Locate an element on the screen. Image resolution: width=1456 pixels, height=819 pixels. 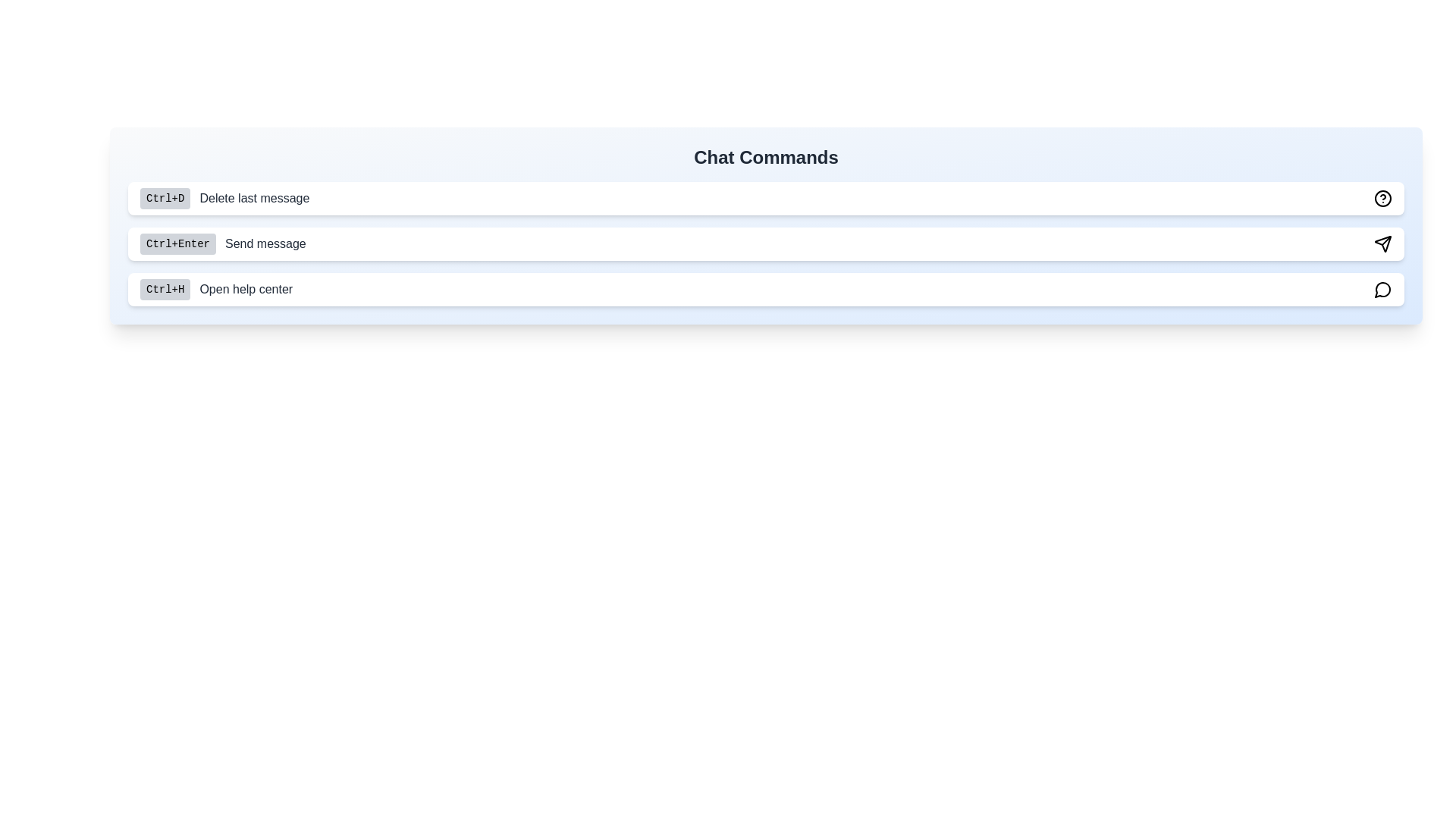
the informational text element that displays the key combination 'Ctrl+H' along with the label 'Open help center', which is the third item in a list of command shortcut descriptions is located at coordinates (215, 289).